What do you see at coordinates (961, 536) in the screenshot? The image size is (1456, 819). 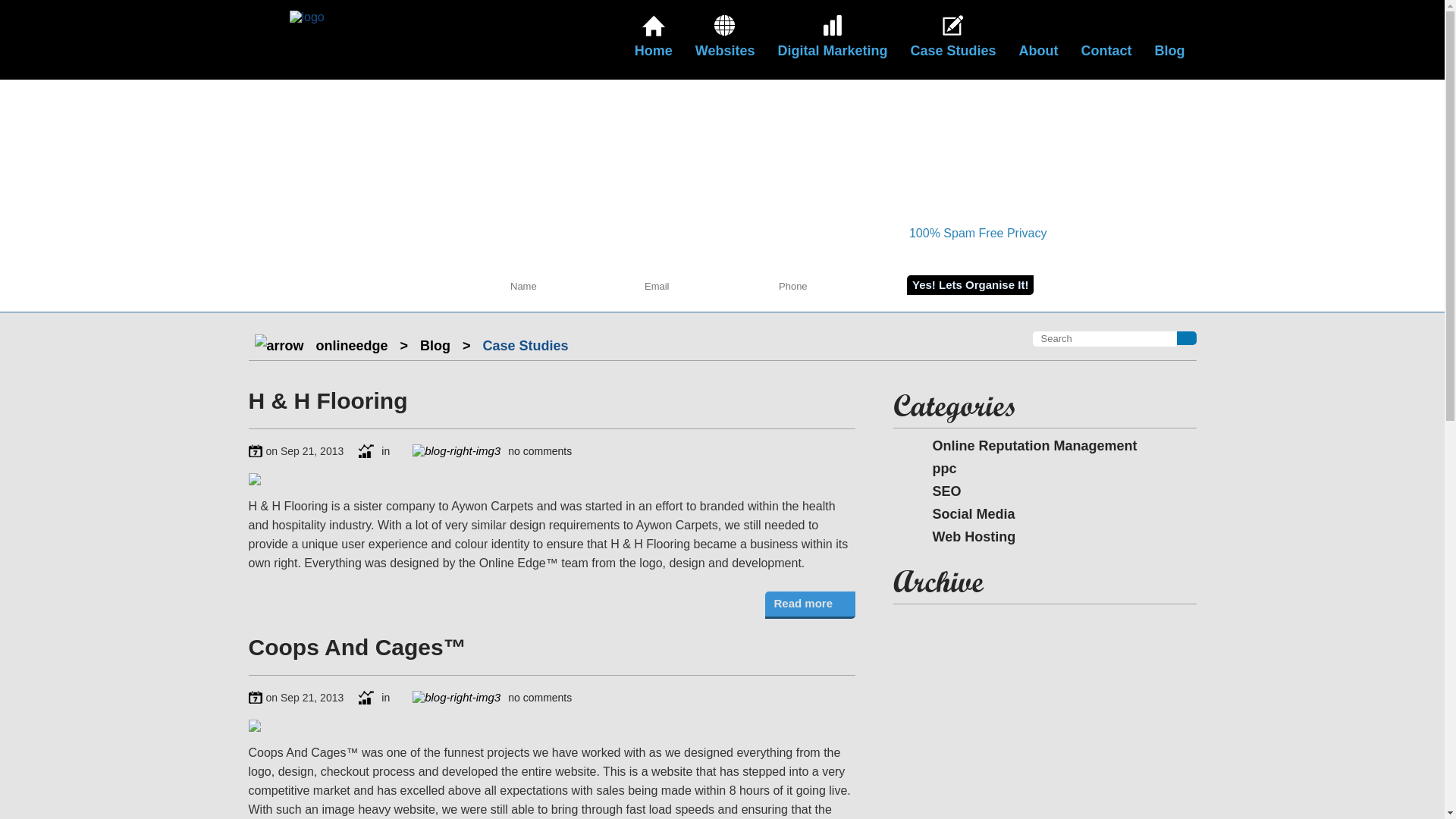 I see `'Web Hosting'` at bounding box center [961, 536].